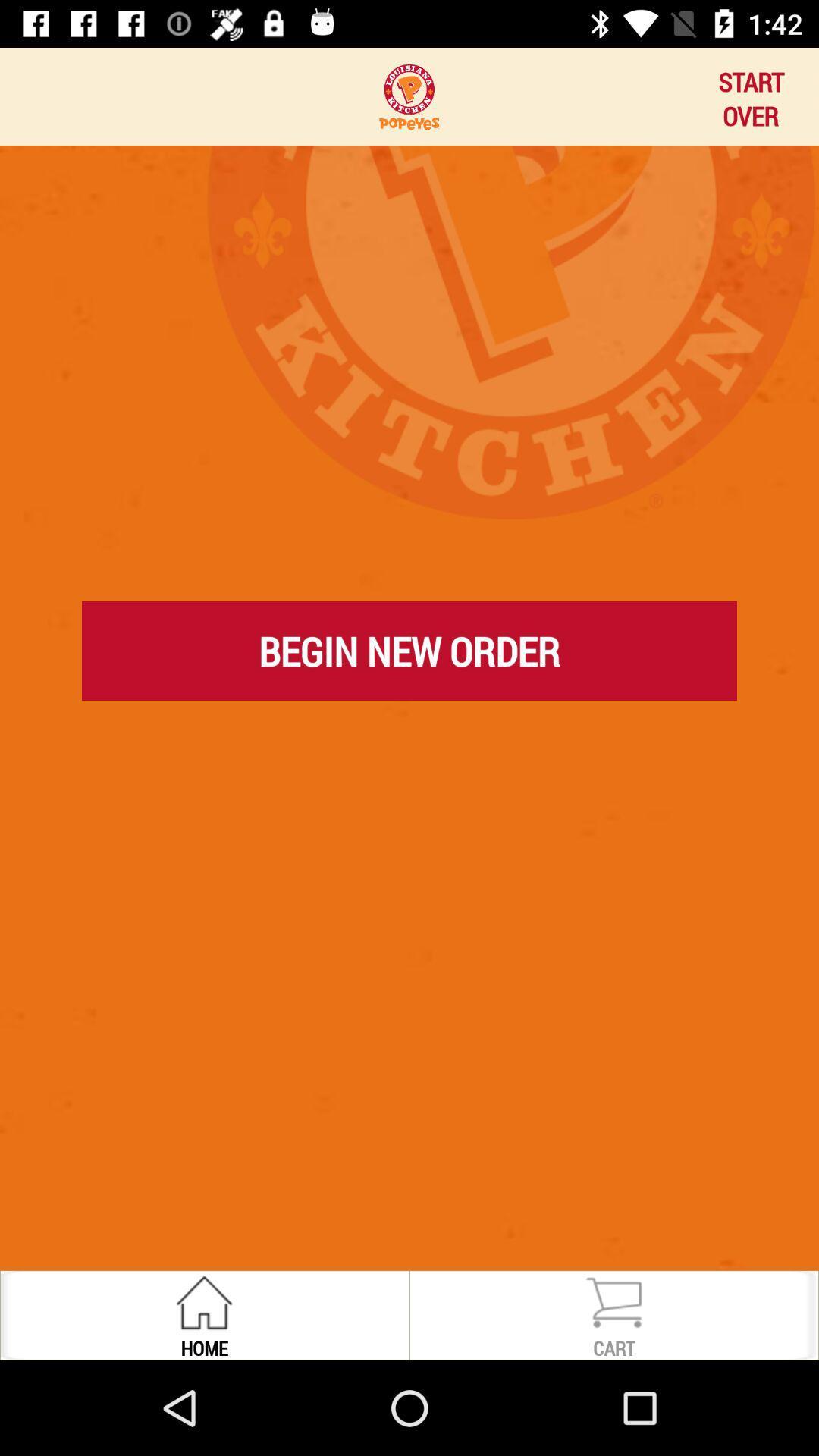 Image resolution: width=819 pixels, height=1456 pixels. I want to click on icon at the top right corner, so click(751, 96).